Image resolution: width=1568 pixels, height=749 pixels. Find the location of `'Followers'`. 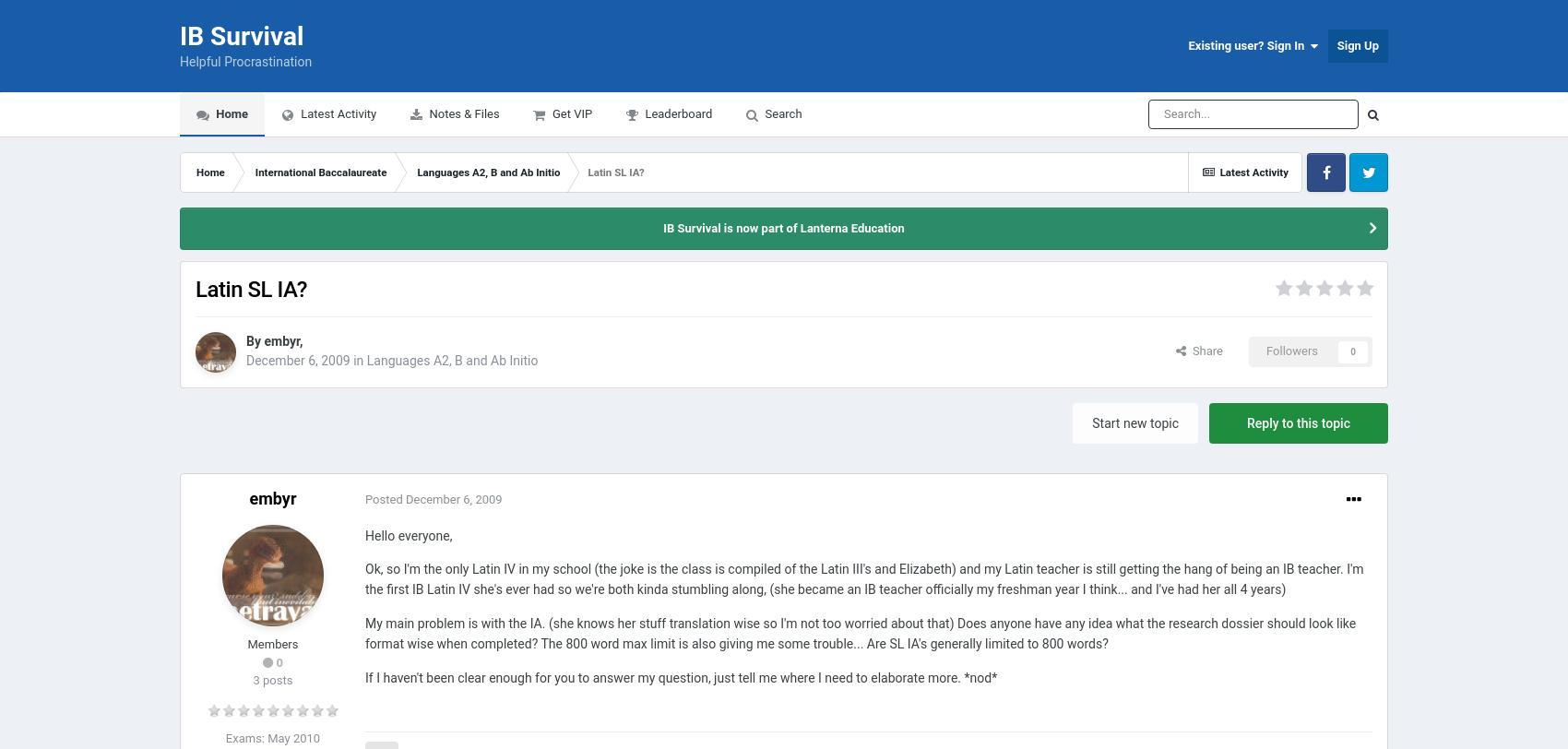

'Followers' is located at coordinates (1290, 351).